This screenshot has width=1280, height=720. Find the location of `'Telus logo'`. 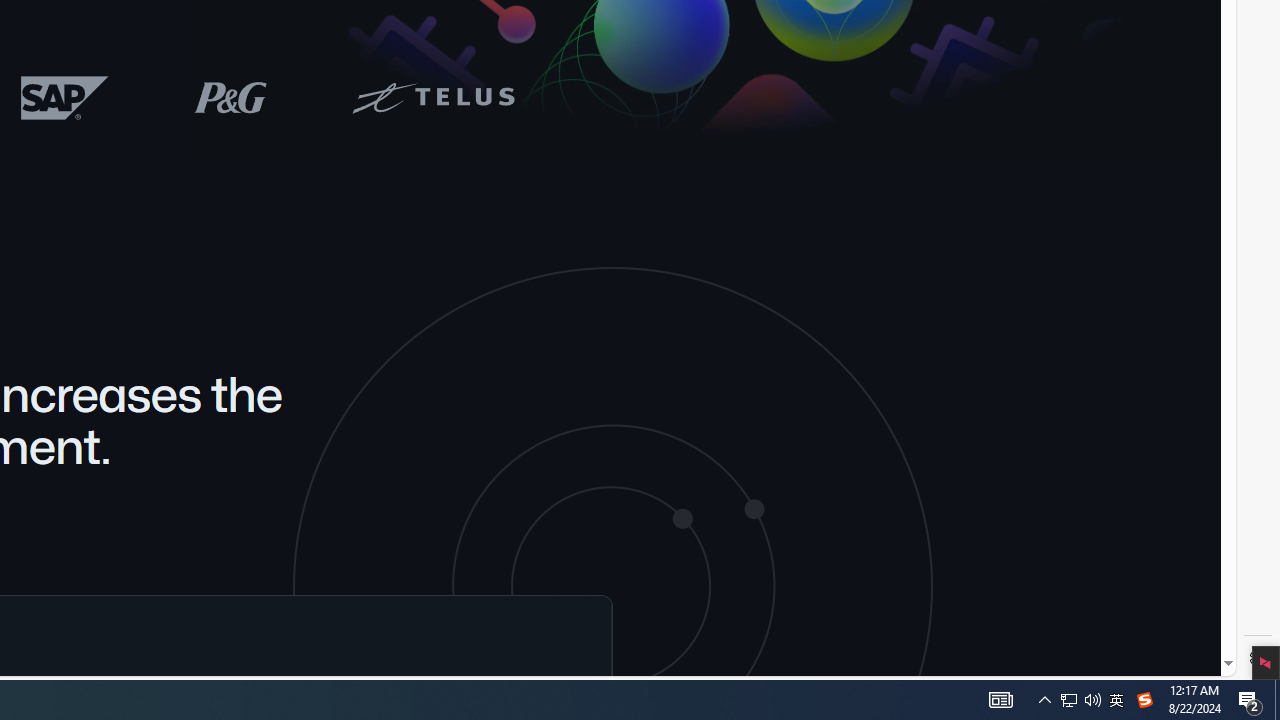

'Telus logo' is located at coordinates (431, 97).